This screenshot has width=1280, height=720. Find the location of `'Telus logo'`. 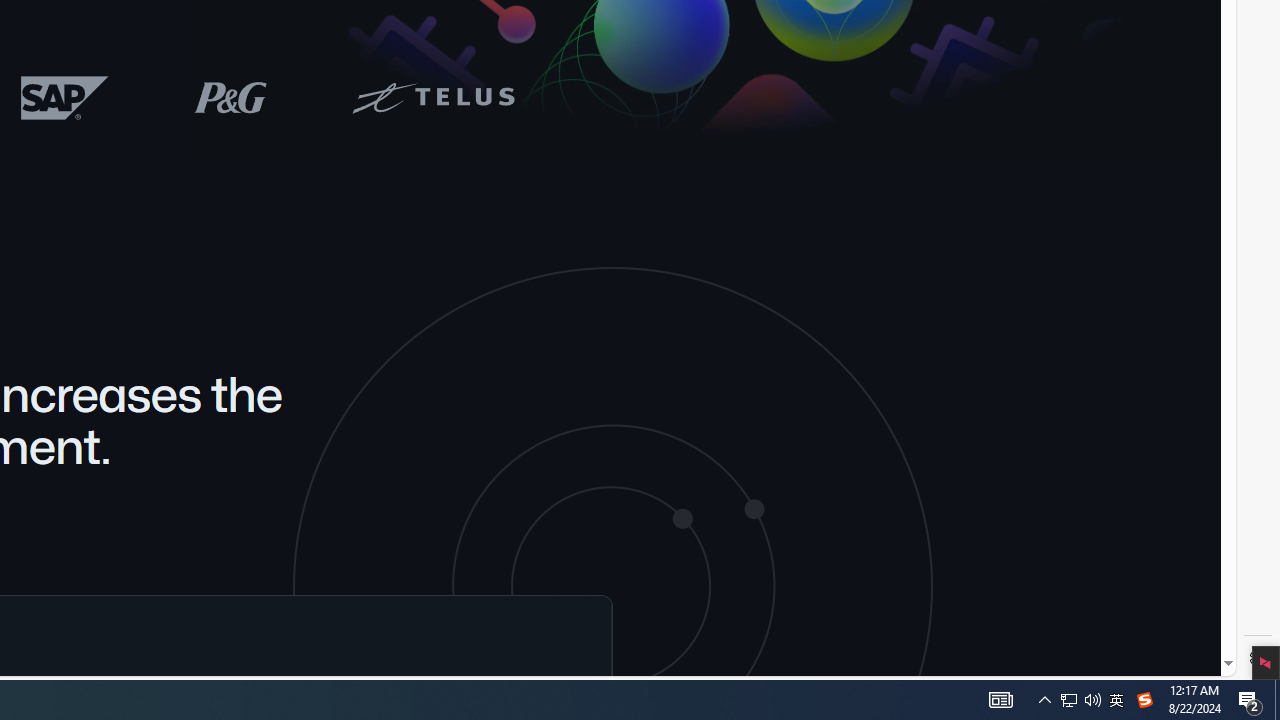

'Telus logo' is located at coordinates (431, 97).